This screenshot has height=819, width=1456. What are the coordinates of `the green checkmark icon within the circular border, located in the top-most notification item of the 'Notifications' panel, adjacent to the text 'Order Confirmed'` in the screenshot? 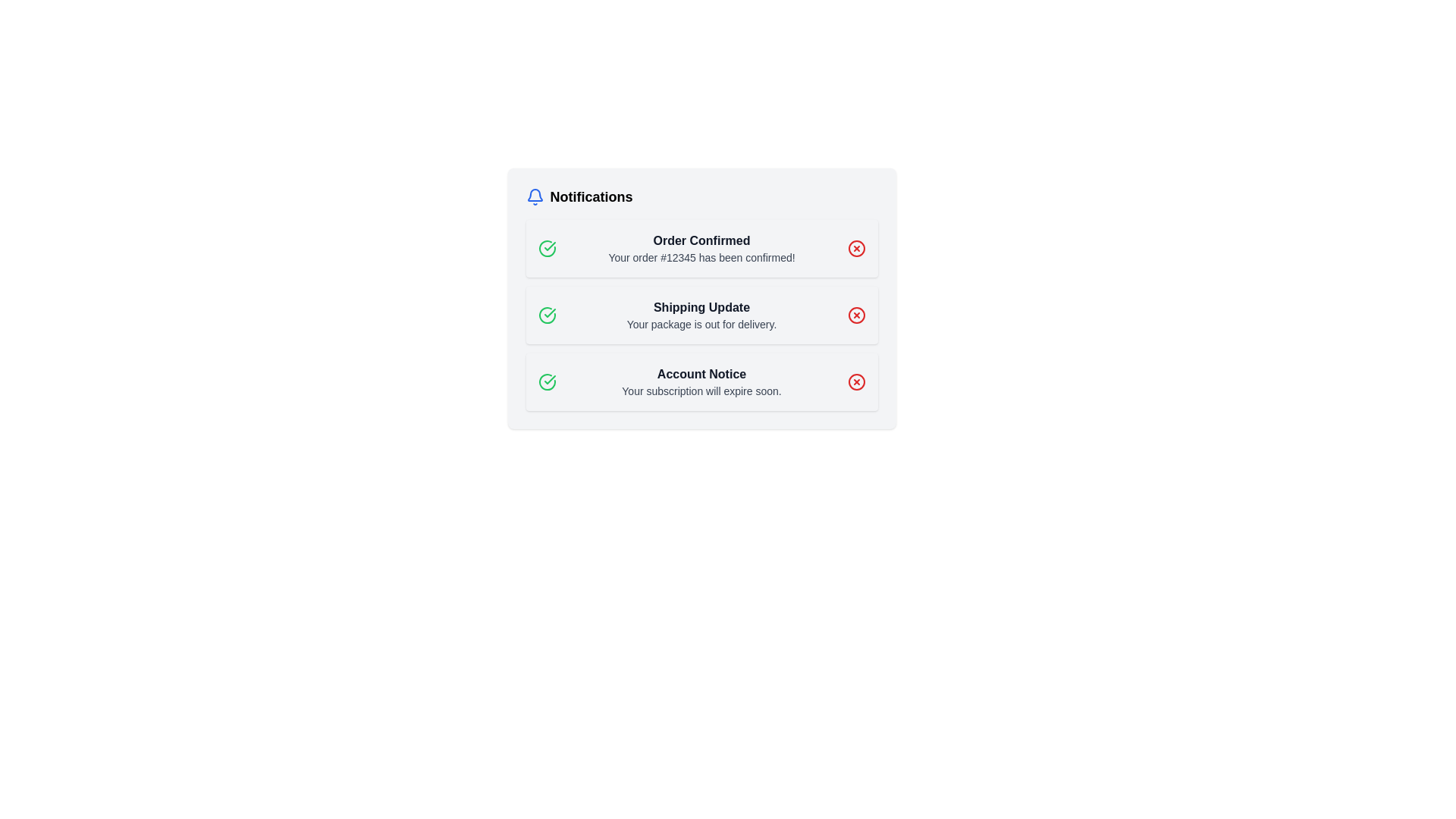 It's located at (548, 379).